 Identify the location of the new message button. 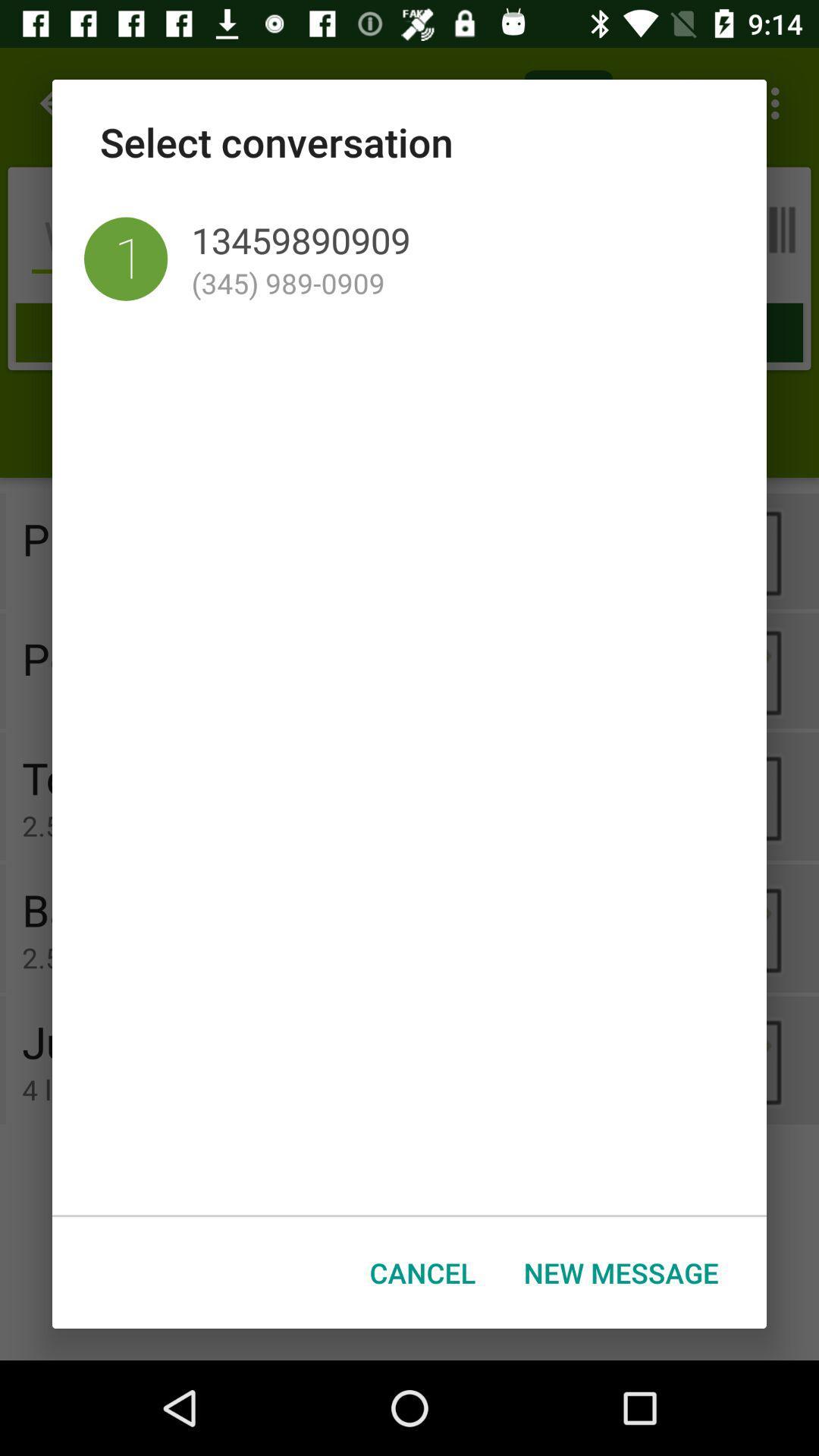
(621, 1272).